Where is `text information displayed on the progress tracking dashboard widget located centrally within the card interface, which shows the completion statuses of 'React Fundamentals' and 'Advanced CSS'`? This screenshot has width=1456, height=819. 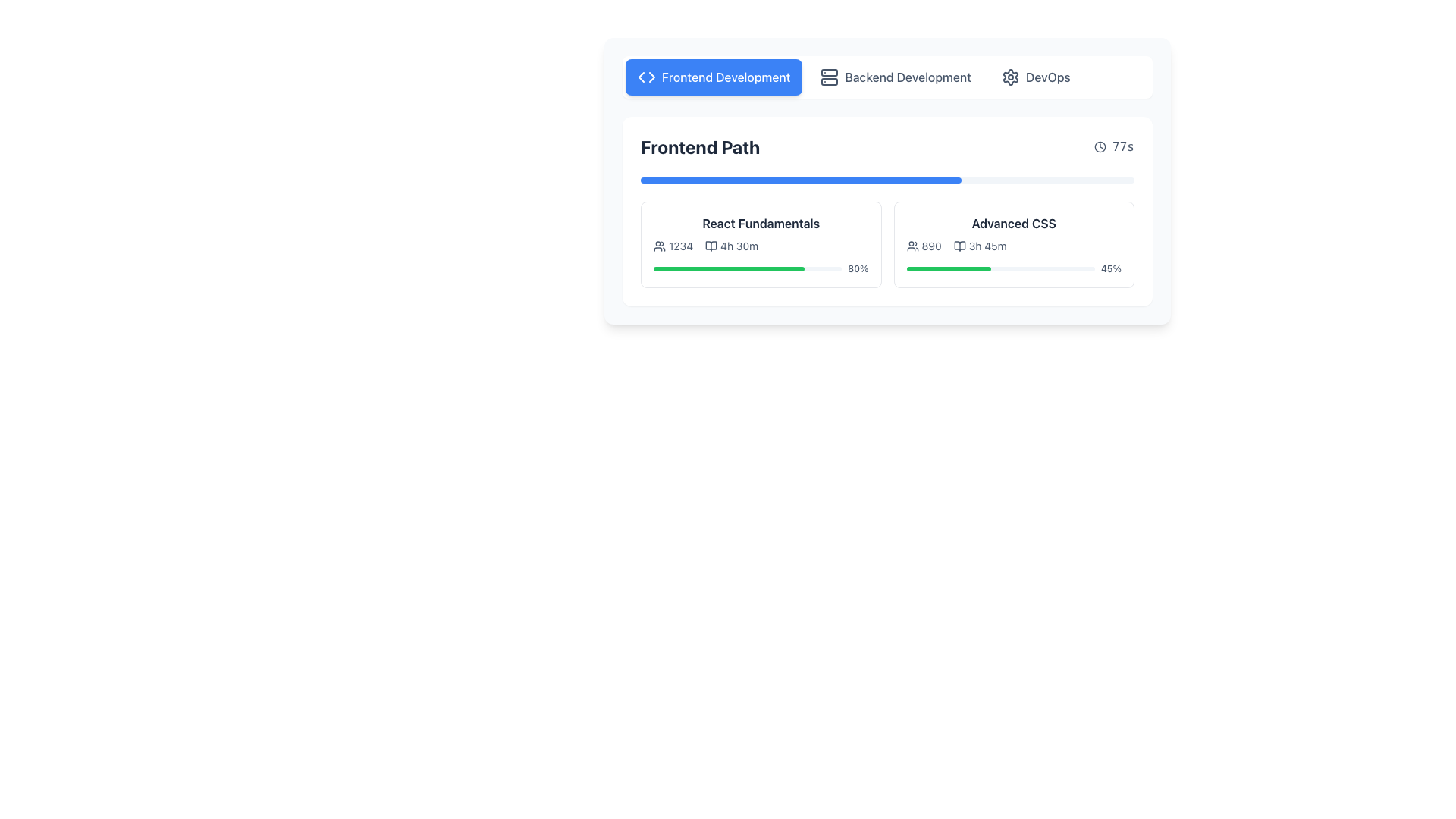
text information displayed on the progress tracking dashboard widget located centrally within the card interface, which shows the completion statuses of 'React Fundamentals' and 'Advanced CSS' is located at coordinates (887, 180).